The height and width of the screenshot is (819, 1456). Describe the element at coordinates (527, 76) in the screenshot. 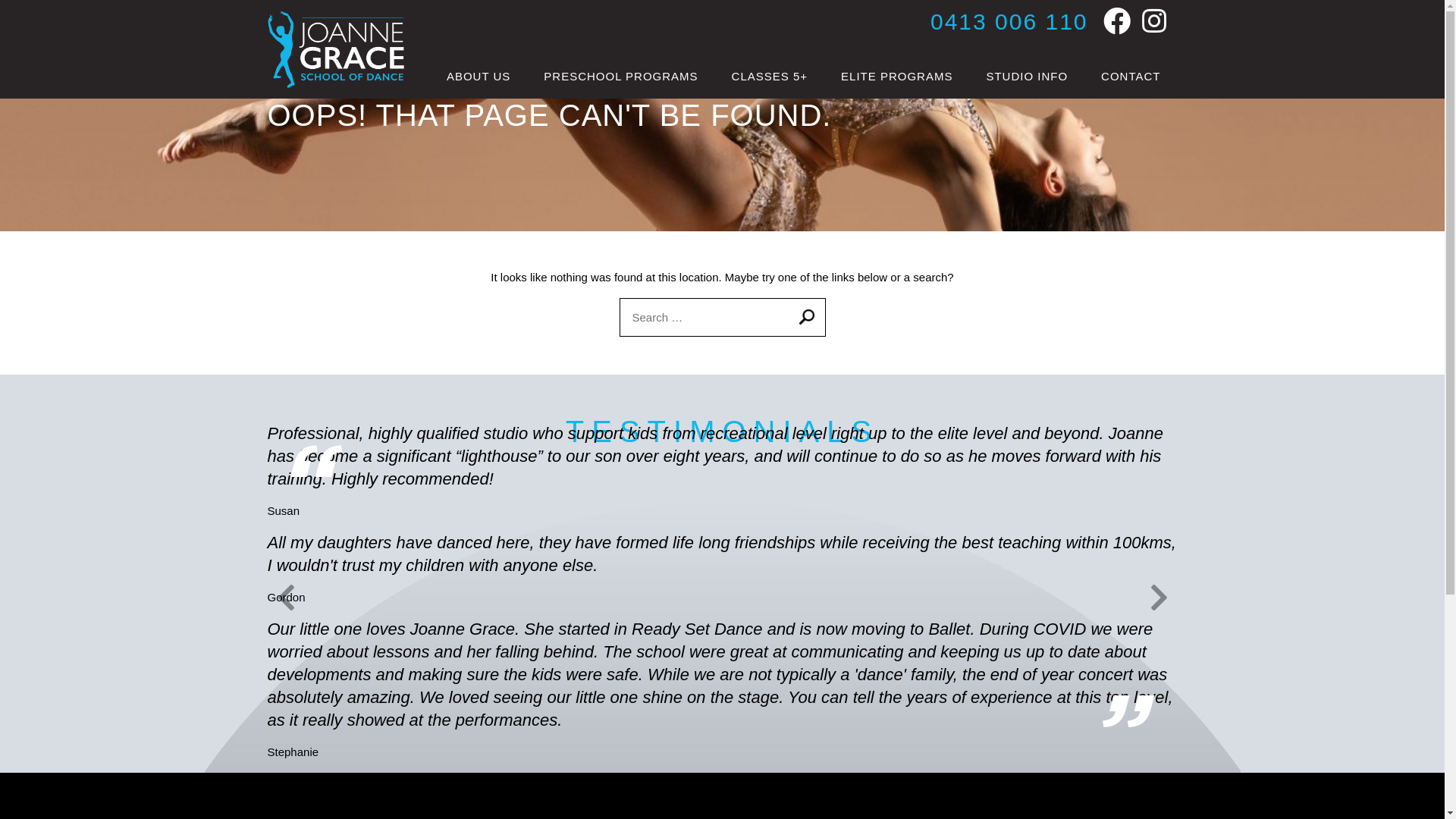

I see `'PRESCHOOL PROGRAMS'` at that location.